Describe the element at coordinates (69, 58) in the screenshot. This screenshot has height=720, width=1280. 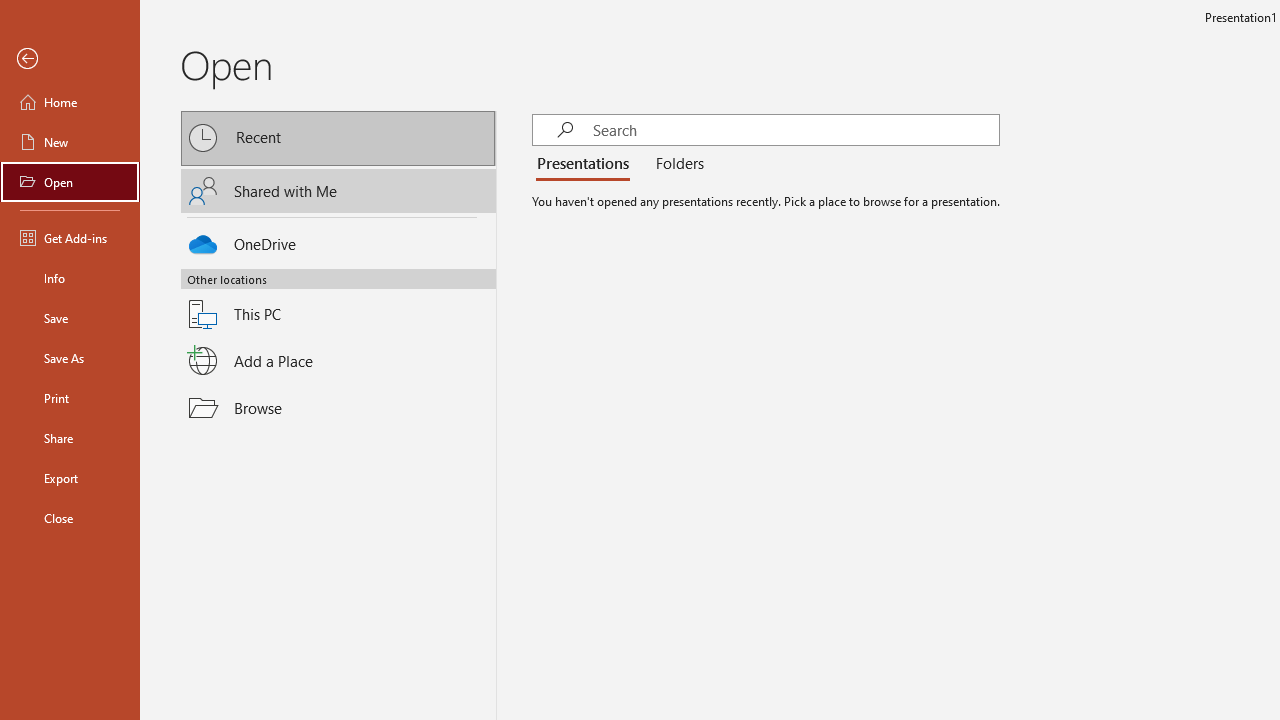
I see `'Back'` at that location.